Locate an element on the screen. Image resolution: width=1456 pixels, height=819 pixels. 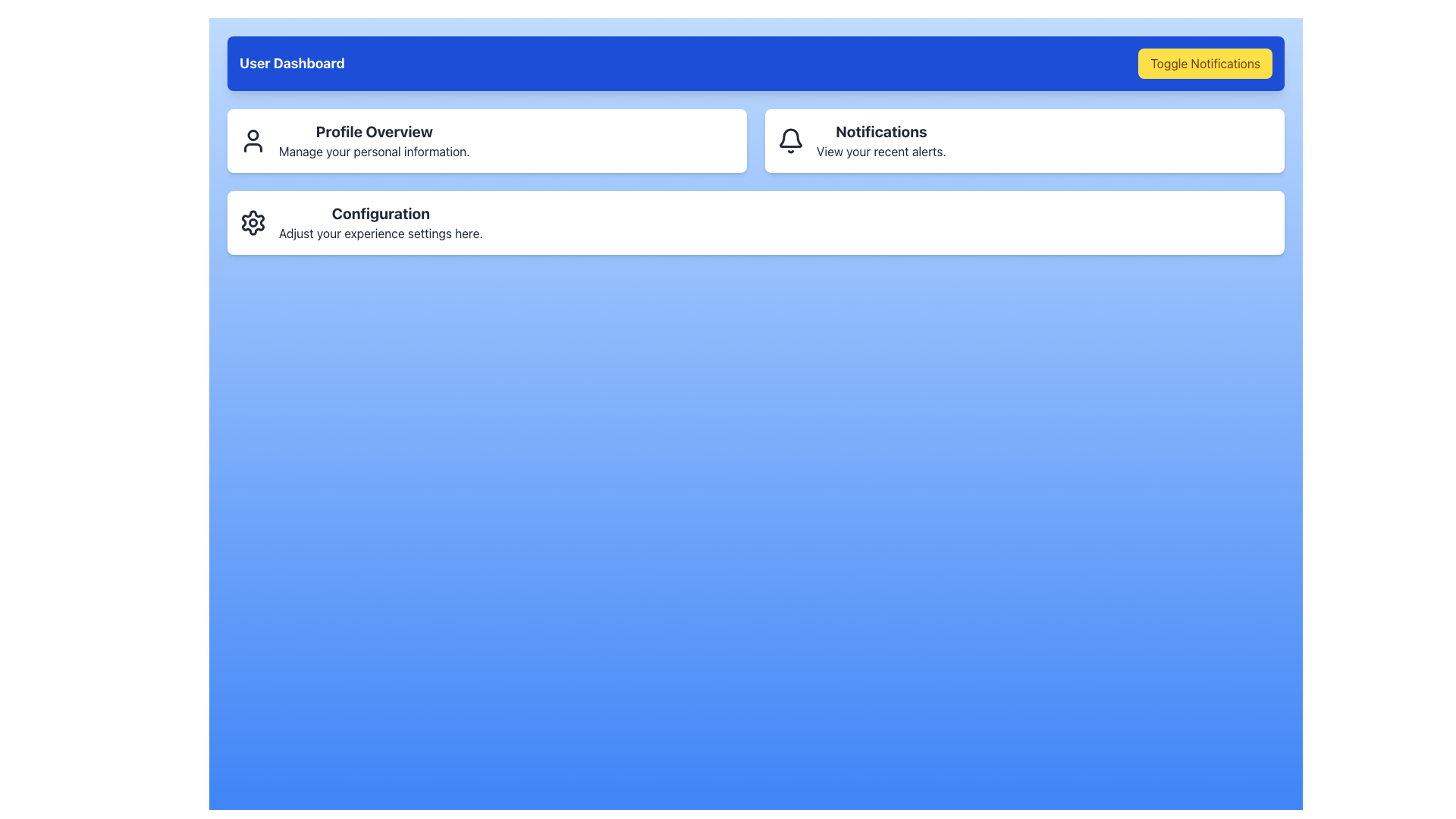
the 'Profile Overview' title text, which serves as a heading for the section below the 'User Dashboard' header is located at coordinates (374, 130).